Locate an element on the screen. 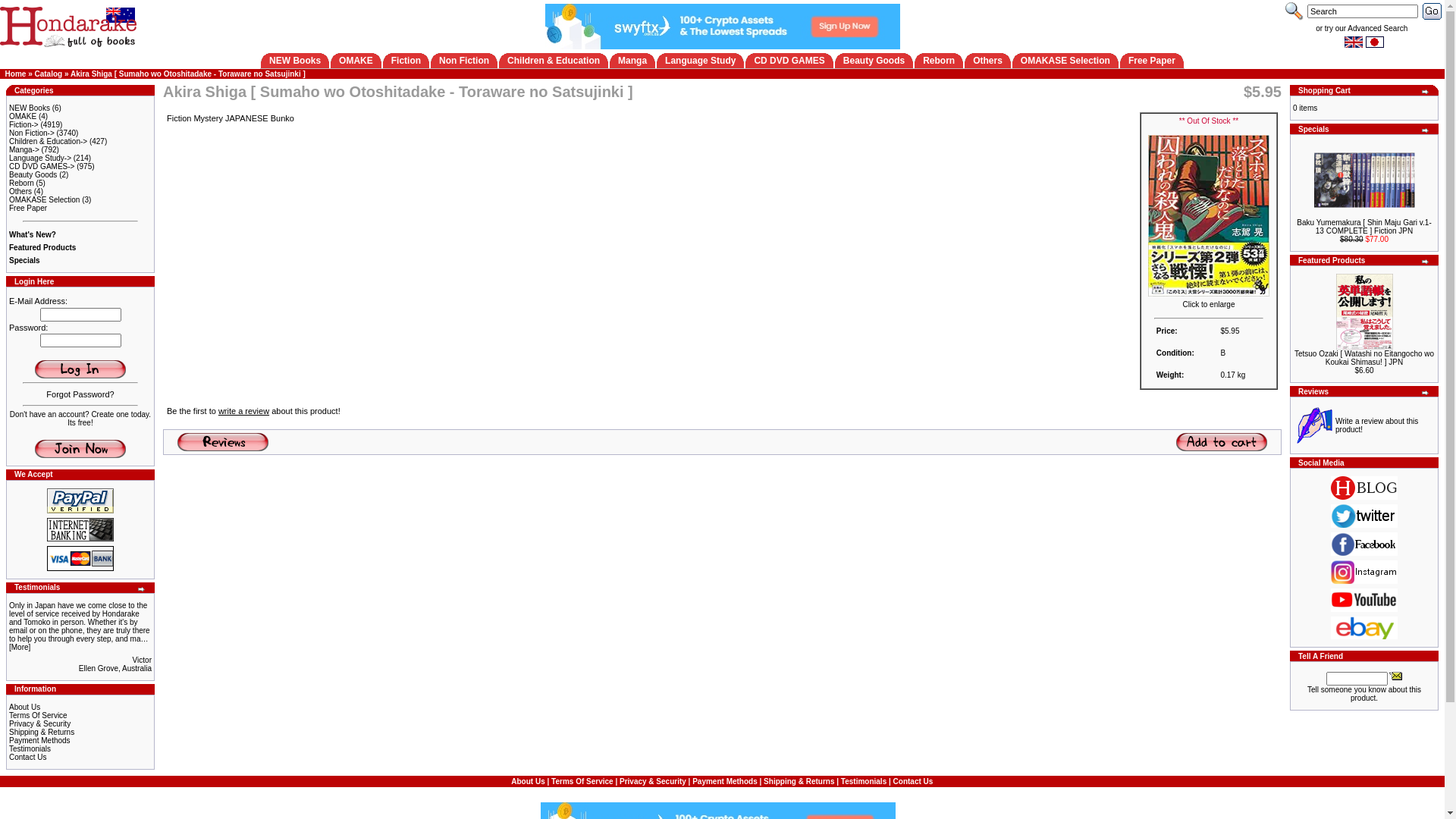 Image resolution: width=1456 pixels, height=819 pixels. 'Contact Us' is located at coordinates (9, 756).